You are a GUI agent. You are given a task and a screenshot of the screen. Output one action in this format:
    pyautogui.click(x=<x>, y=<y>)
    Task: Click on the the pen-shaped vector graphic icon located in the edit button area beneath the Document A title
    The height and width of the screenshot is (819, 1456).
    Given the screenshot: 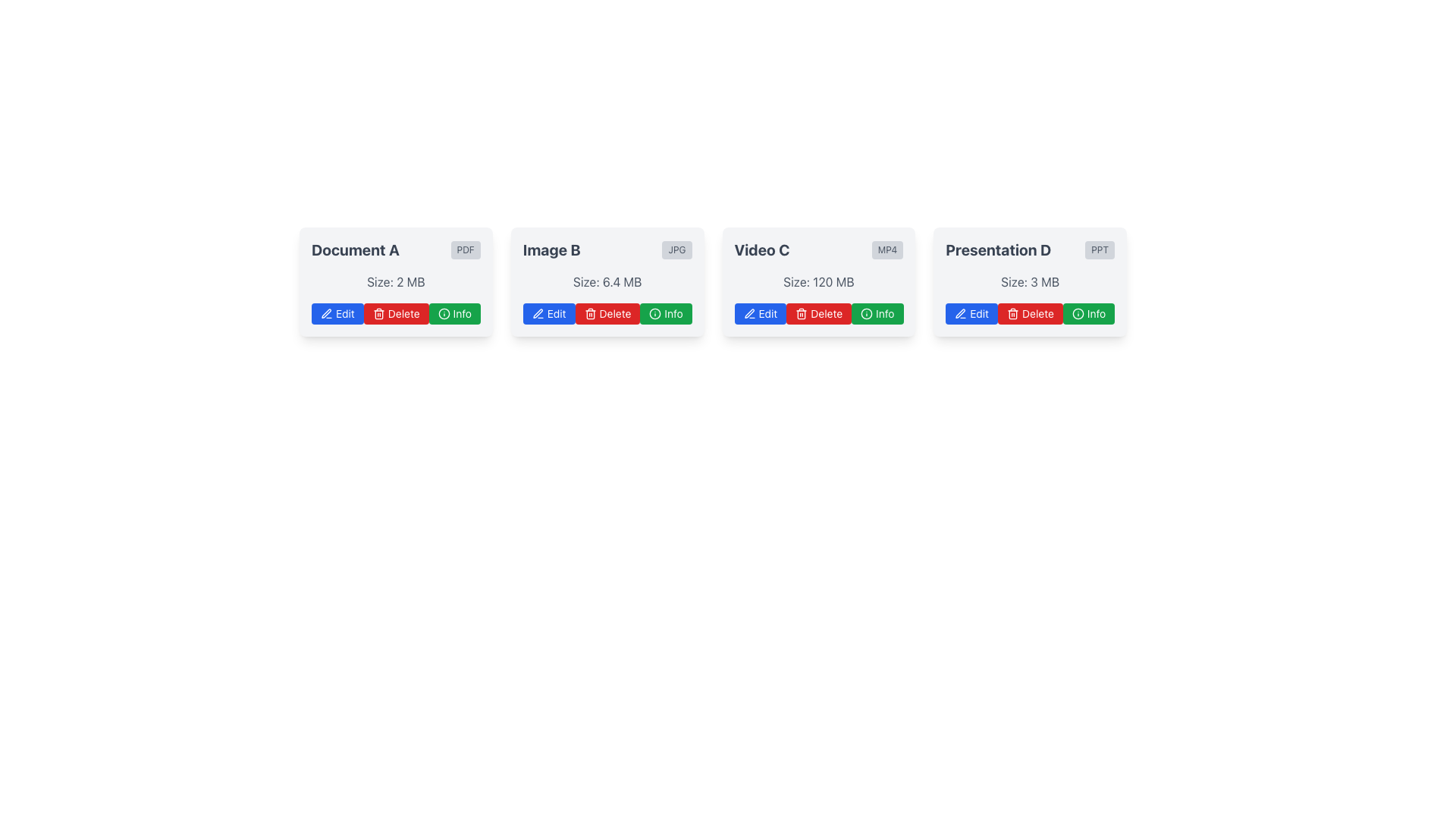 What is the action you would take?
    pyautogui.click(x=325, y=312)
    